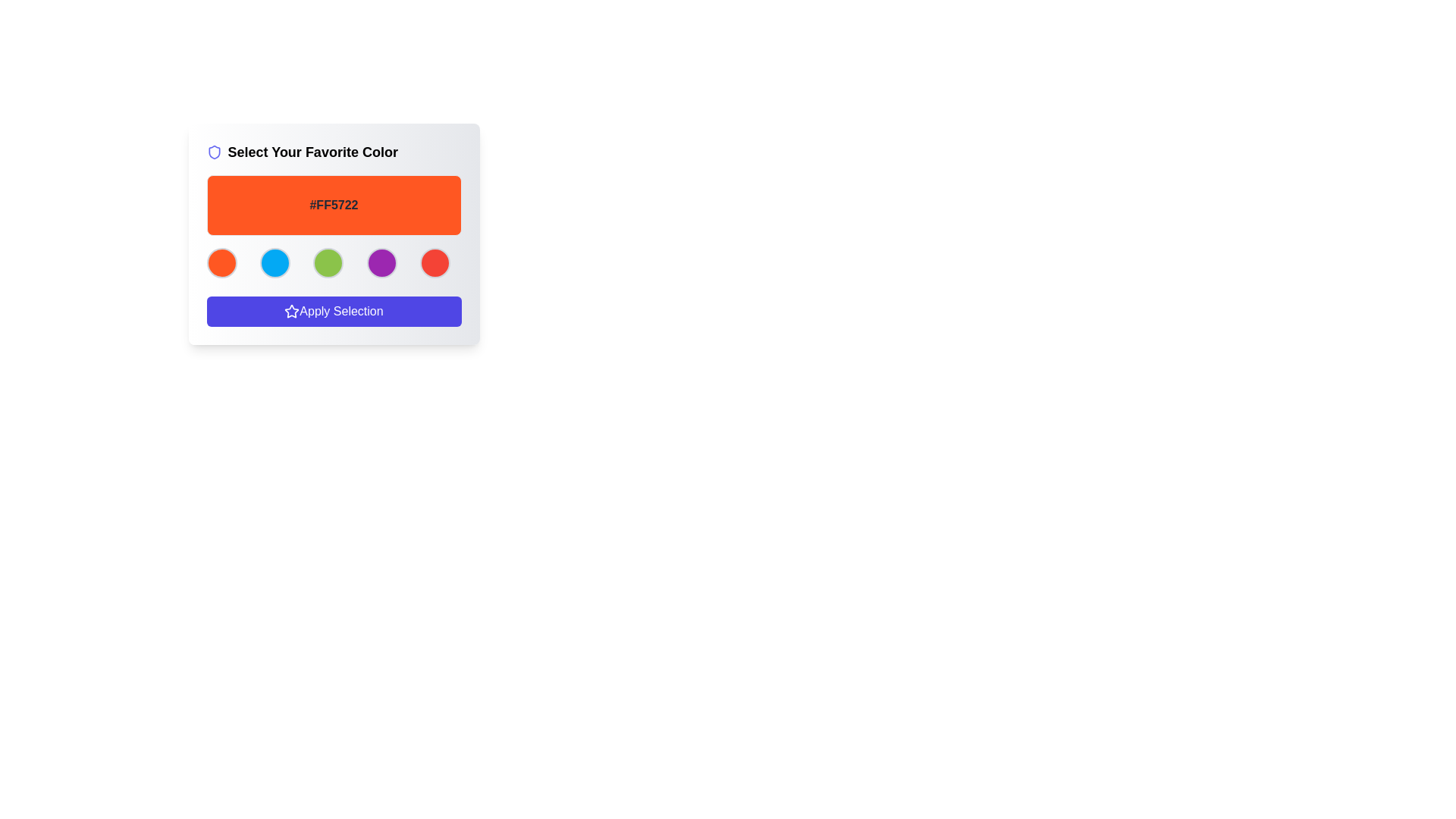  What do you see at coordinates (292, 310) in the screenshot?
I see `the star-shaped icon filled with a blue gradient and a white outline` at bounding box center [292, 310].